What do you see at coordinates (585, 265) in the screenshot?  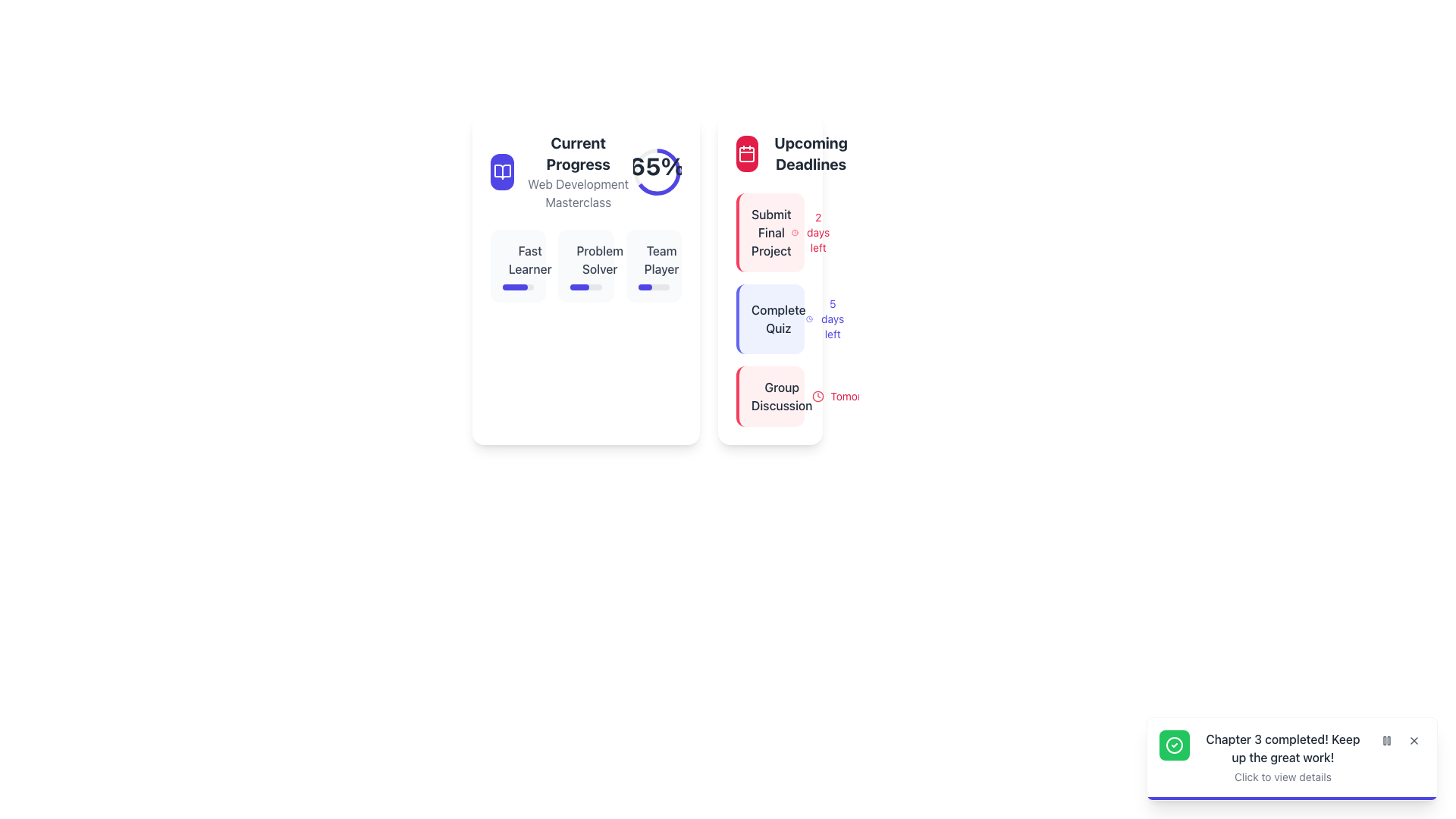 I see `the progress of the 'Problem Solver' skill evaluation displayed on the Progress Card, which is the middle card in the 'Current Progress' section` at bounding box center [585, 265].